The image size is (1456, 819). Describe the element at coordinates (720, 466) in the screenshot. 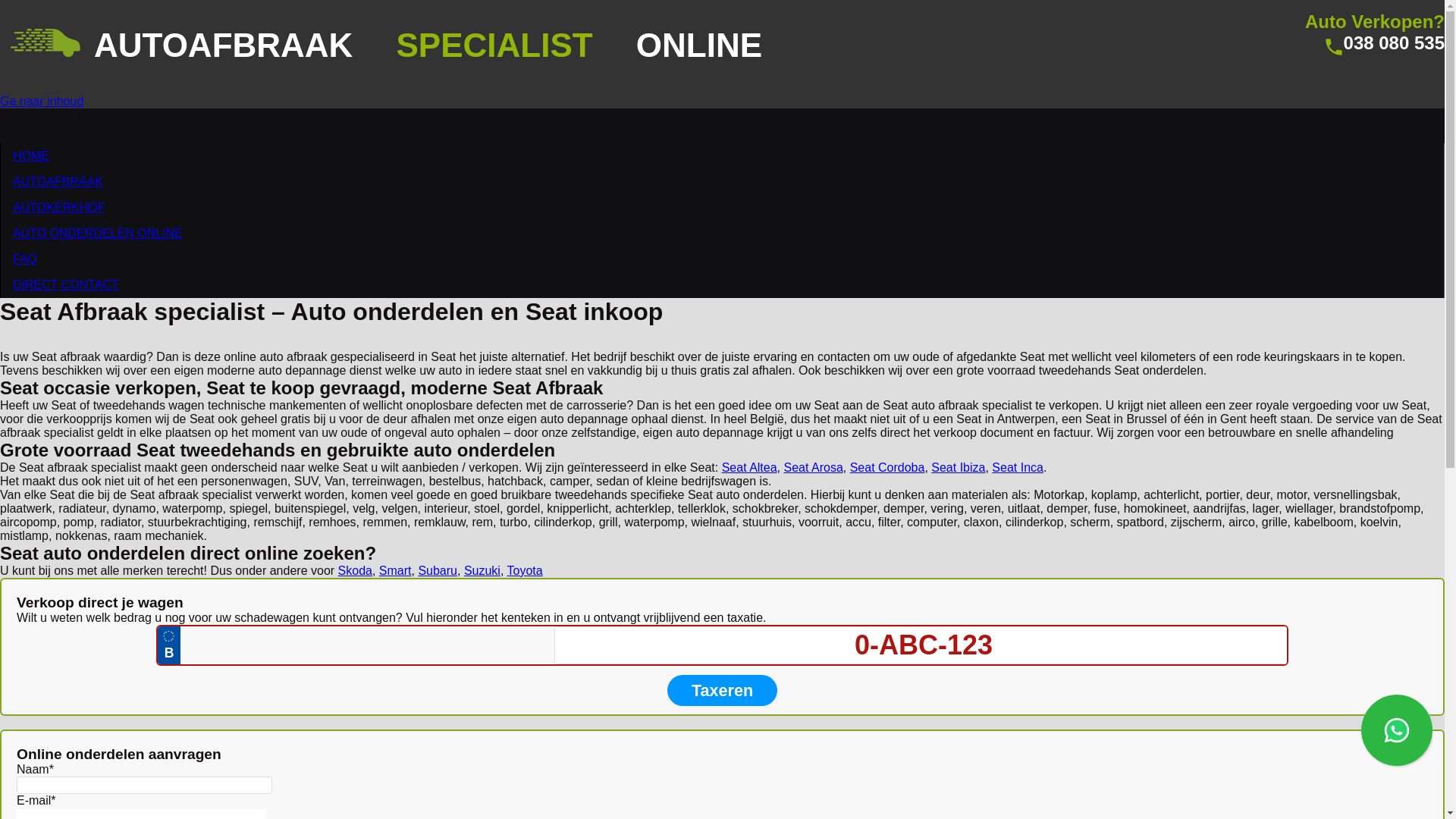

I see `'Seat Altea'` at that location.